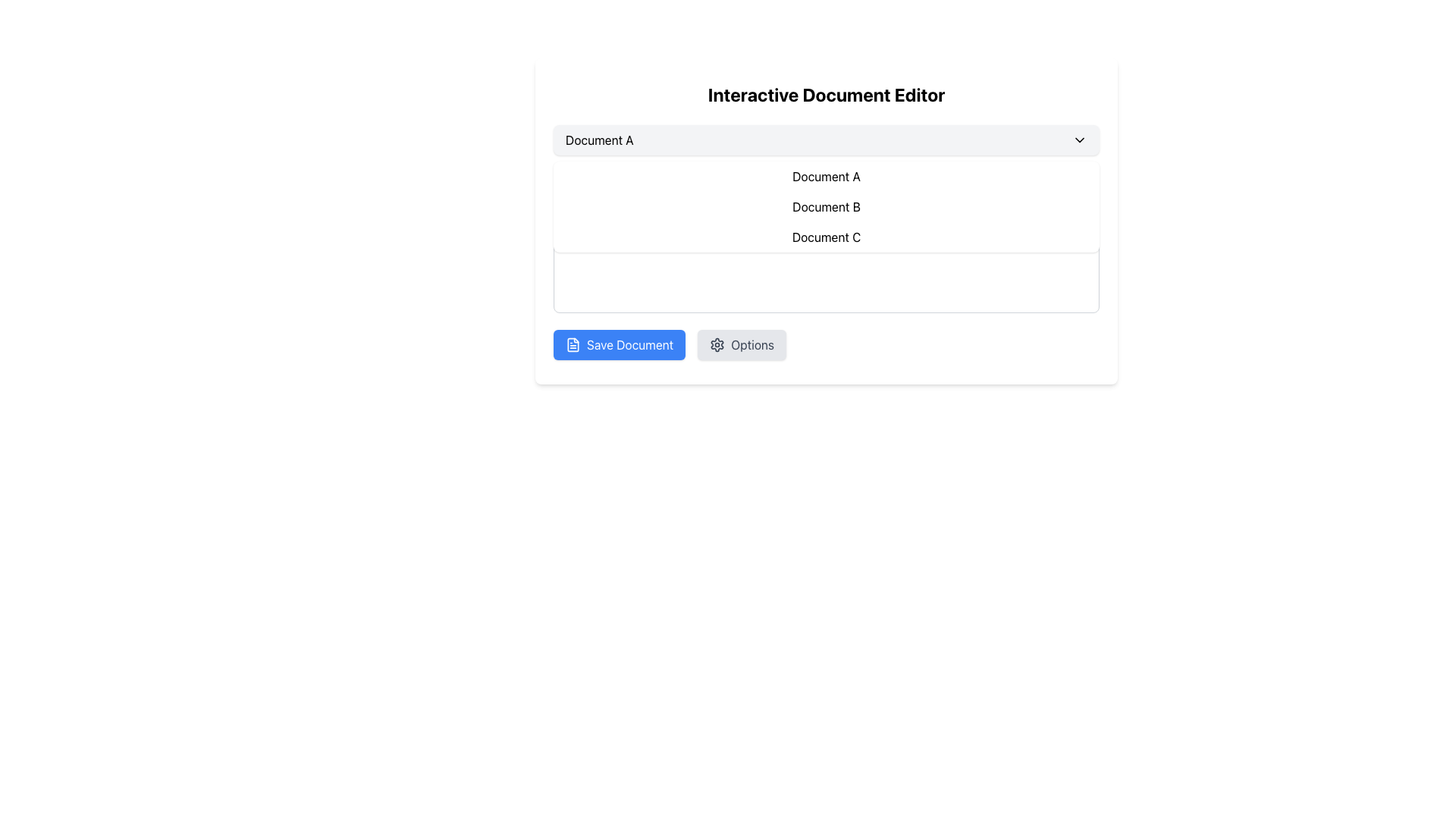  I want to click on an option from the dropdown menu labeled 'Document A', which is horizontally aligned with a downward-facing arrow indicating it can be expanded, so click(825, 140).